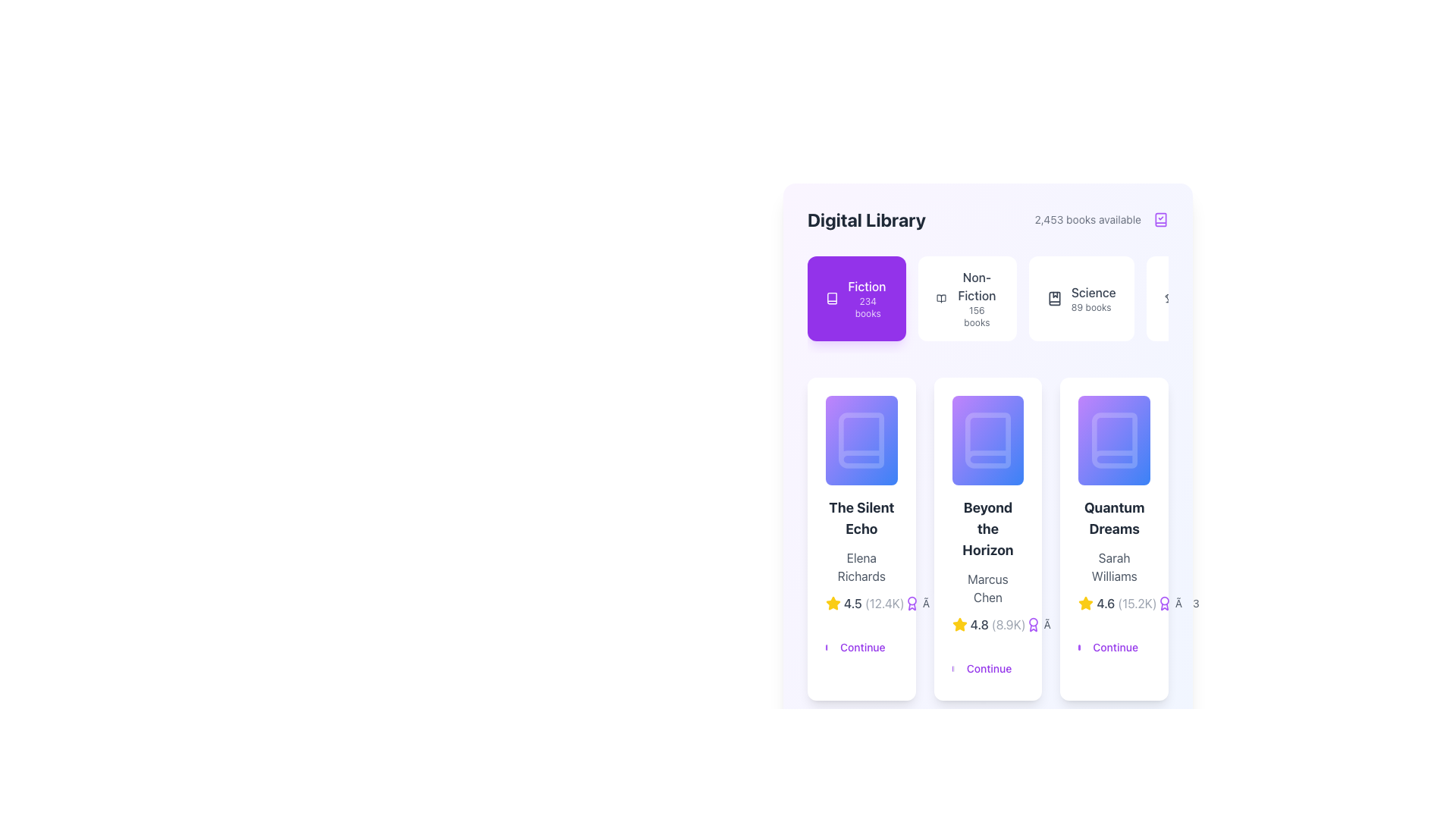 The height and width of the screenshot is (819, 1456). Describe the element at coordinates (1137, 603) in the screenshot. I see `the static text element displaying the review count for the book 'Quantum Dreams', which is positioned under the rating star and the text '4.6'` at that location.